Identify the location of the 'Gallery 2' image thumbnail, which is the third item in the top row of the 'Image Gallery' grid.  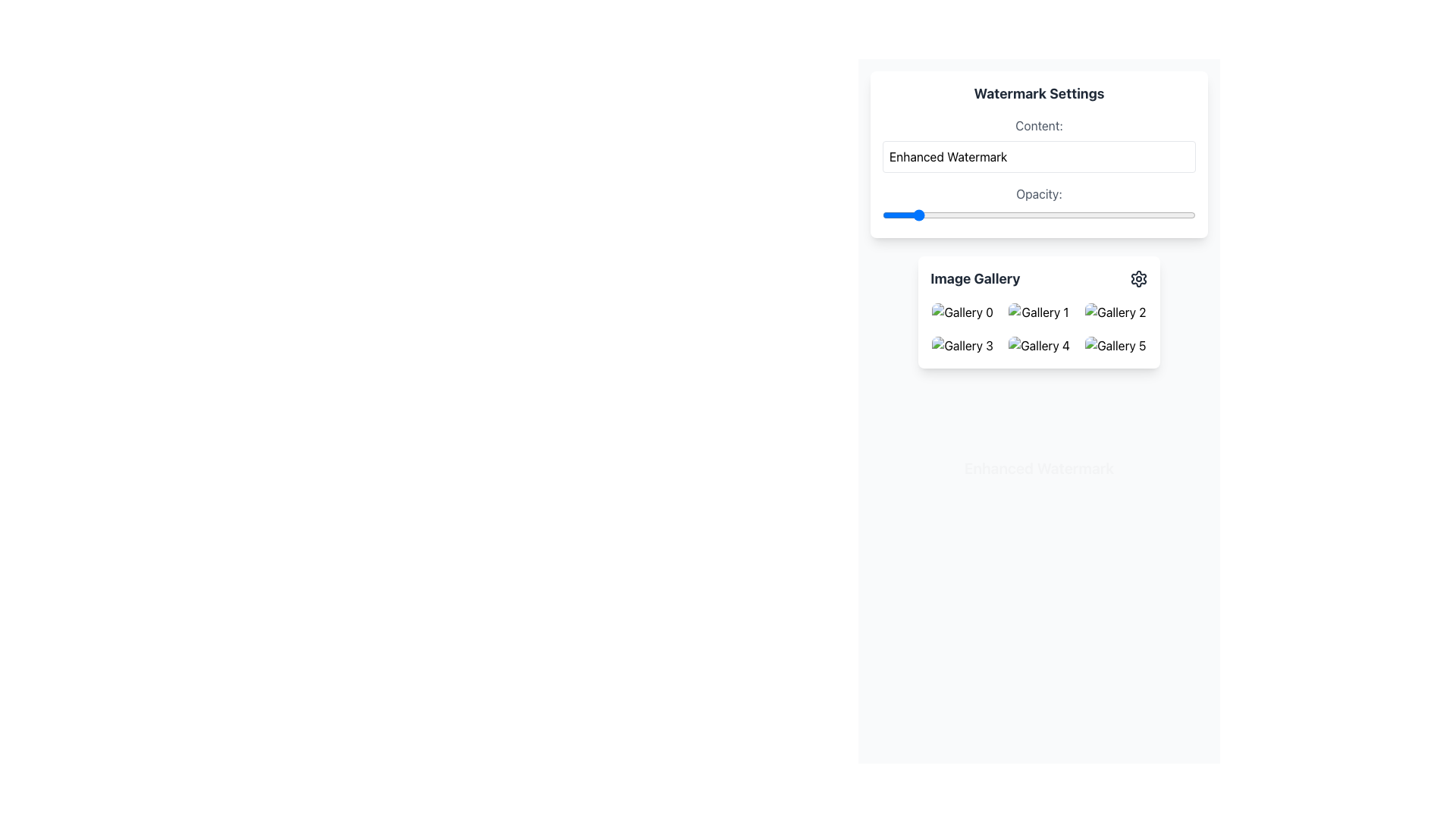
(1116, 312).